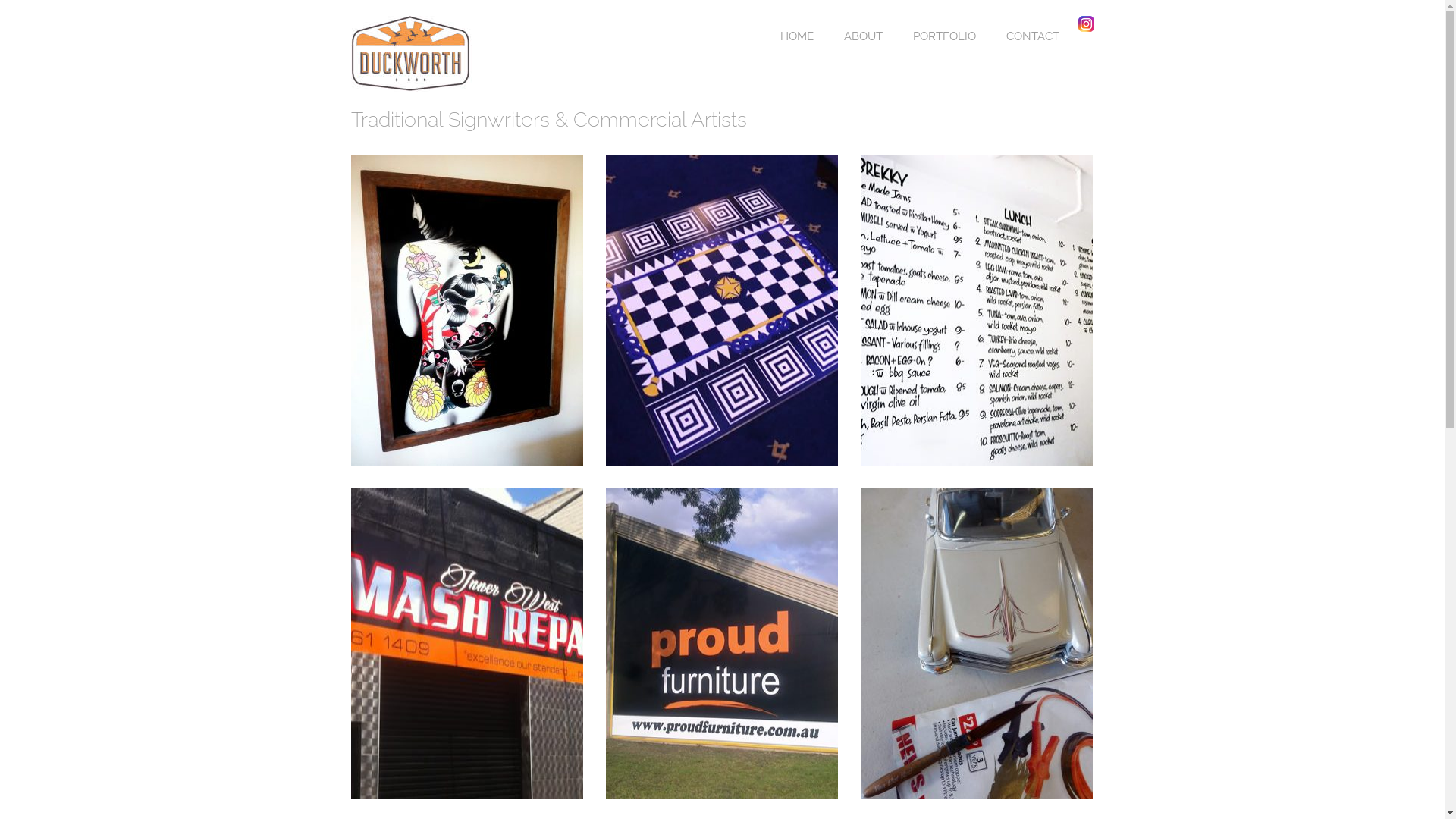  I want to click on 'ABOUT', so click(863, 36).